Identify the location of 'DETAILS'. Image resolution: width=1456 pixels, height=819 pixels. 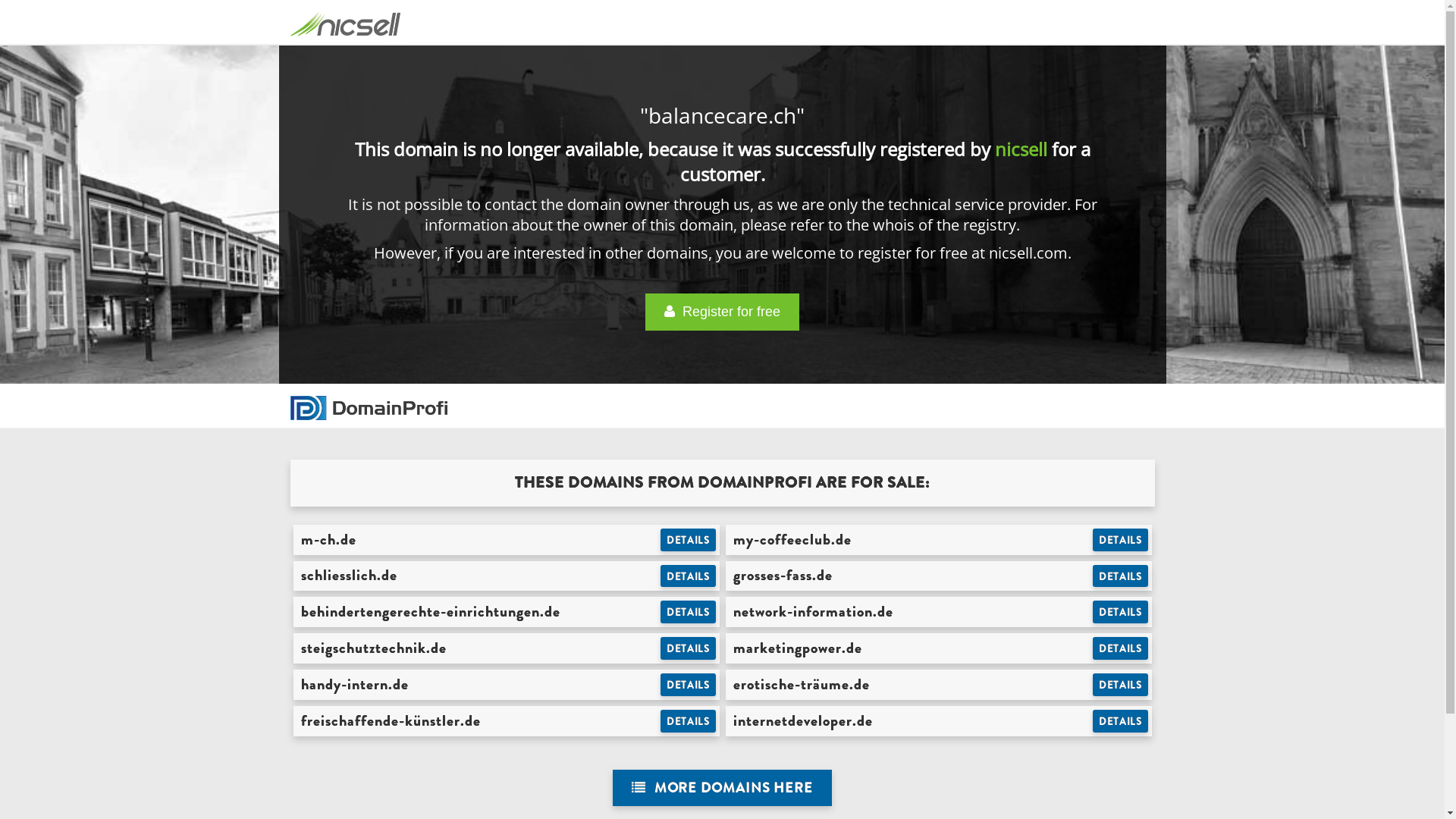
(1120, 648).